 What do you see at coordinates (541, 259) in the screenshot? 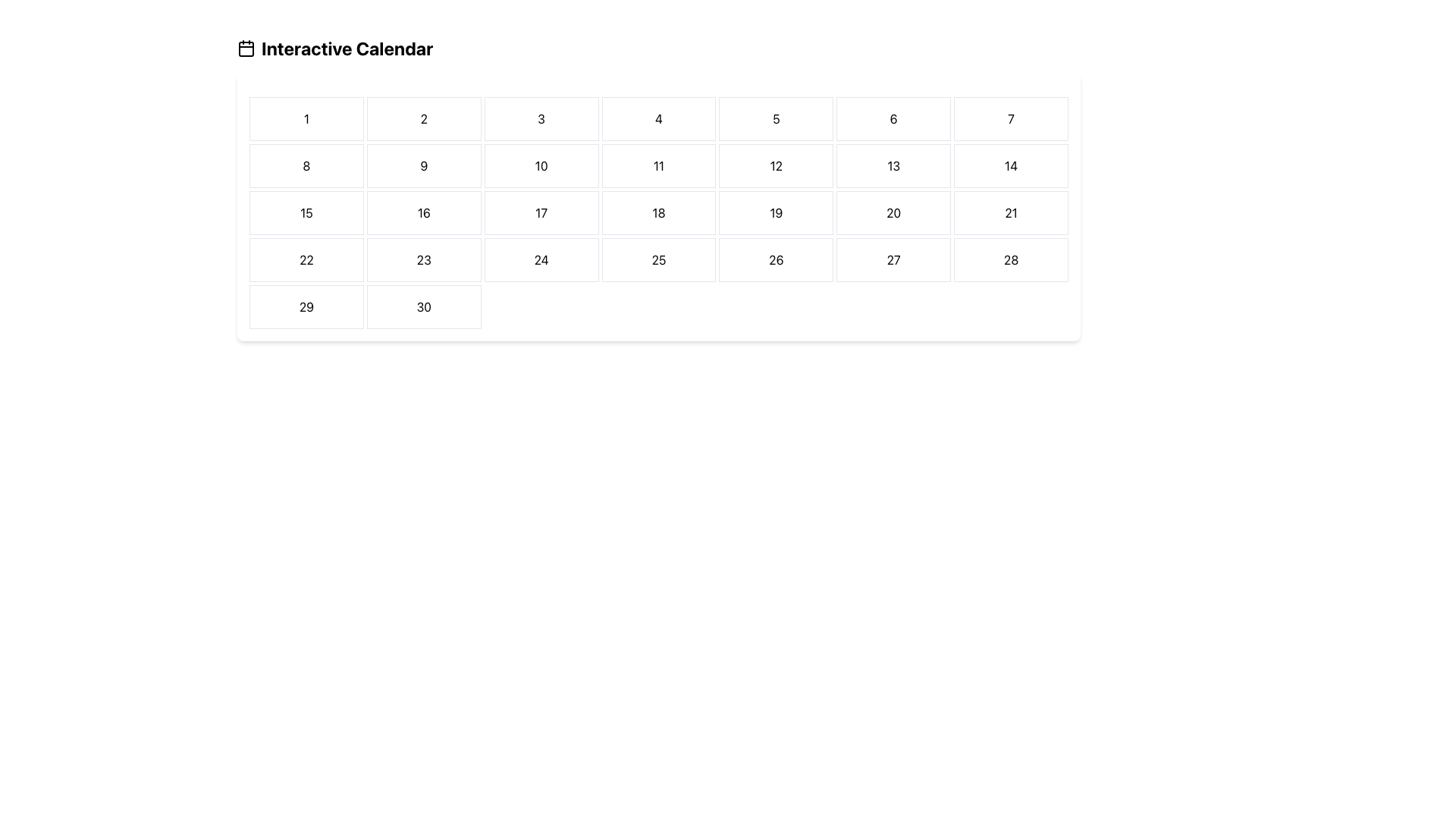
I see `the interactive calendar cell displaying the number '24', which is styled with a border and has a hover effect that changes its background to blue` at bounding box center [541, 259].